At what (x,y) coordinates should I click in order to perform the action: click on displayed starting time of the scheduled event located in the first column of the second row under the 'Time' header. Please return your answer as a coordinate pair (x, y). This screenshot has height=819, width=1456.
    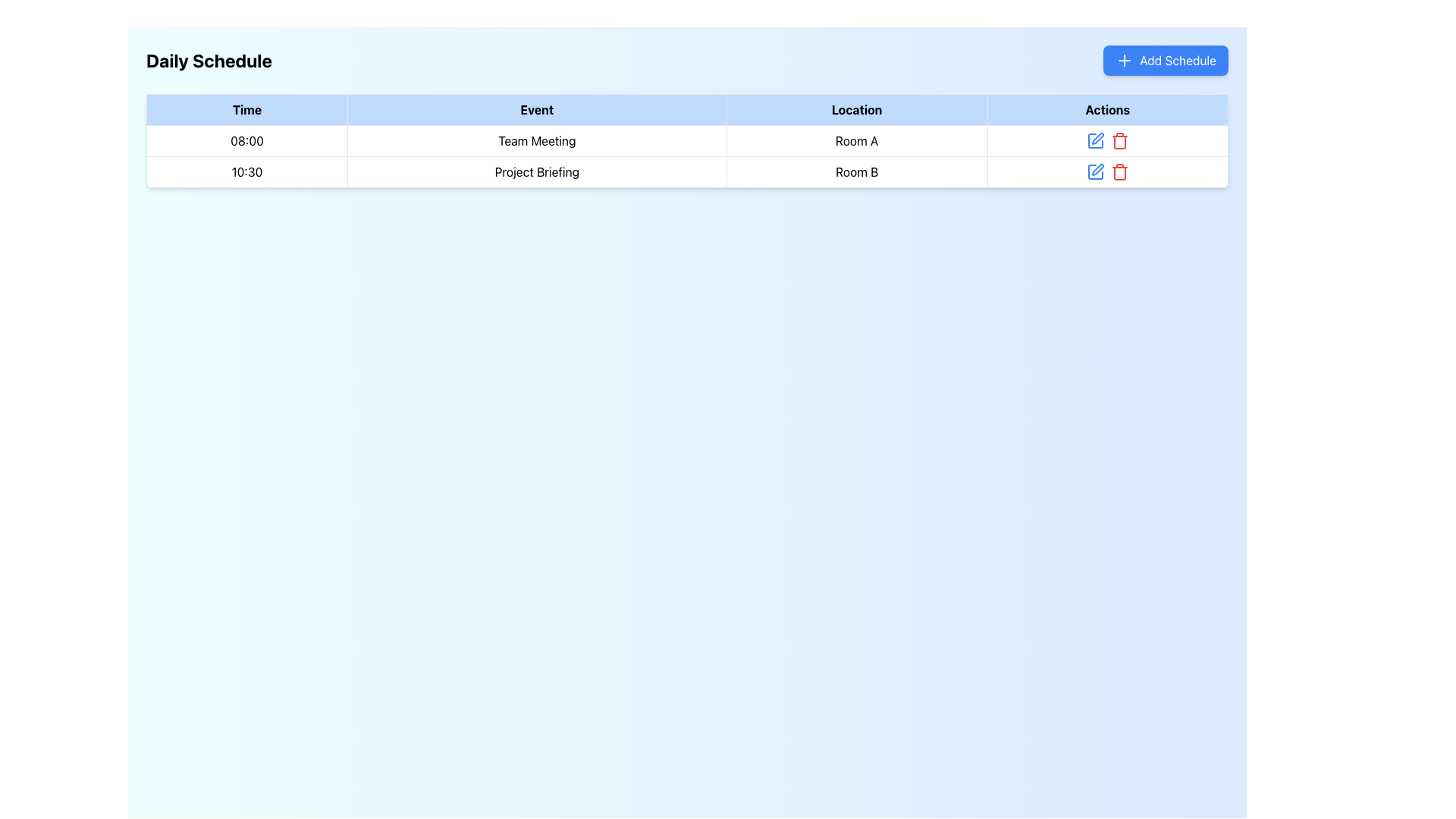
    Looking at the image, I should click on (247, 171).